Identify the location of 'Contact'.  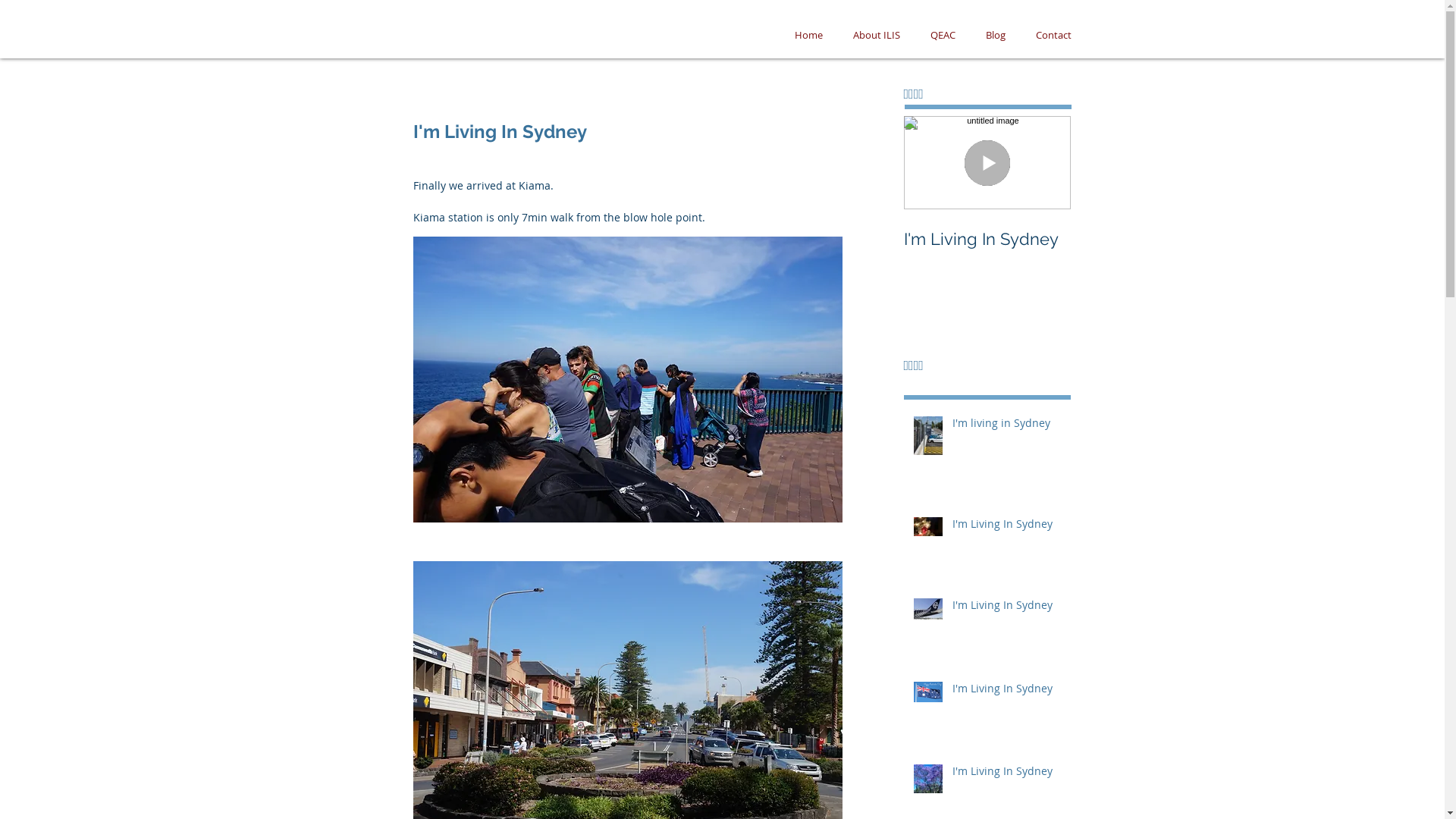
(1053, 34).